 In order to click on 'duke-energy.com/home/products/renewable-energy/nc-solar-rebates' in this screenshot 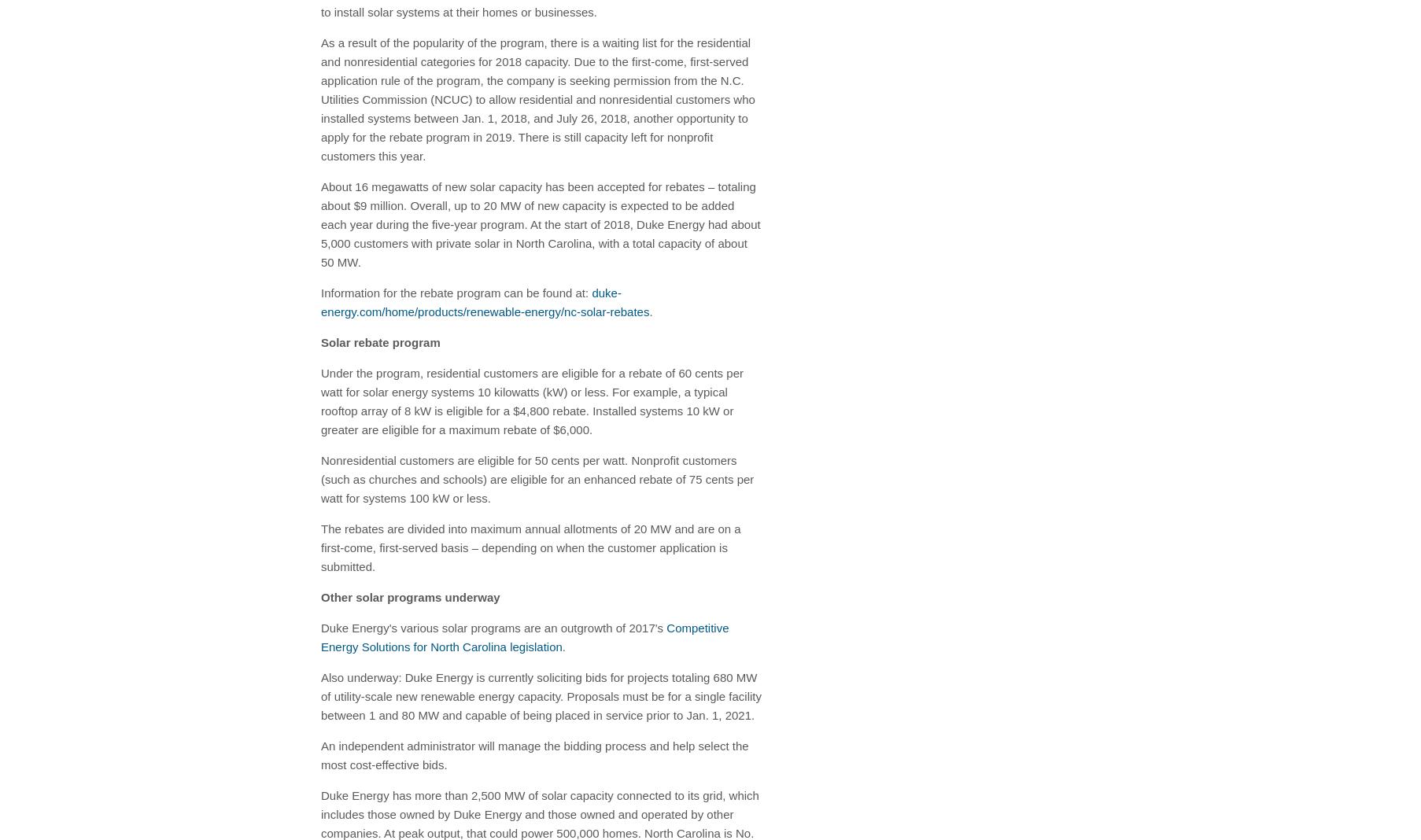, I will do `click(485, 300)`.